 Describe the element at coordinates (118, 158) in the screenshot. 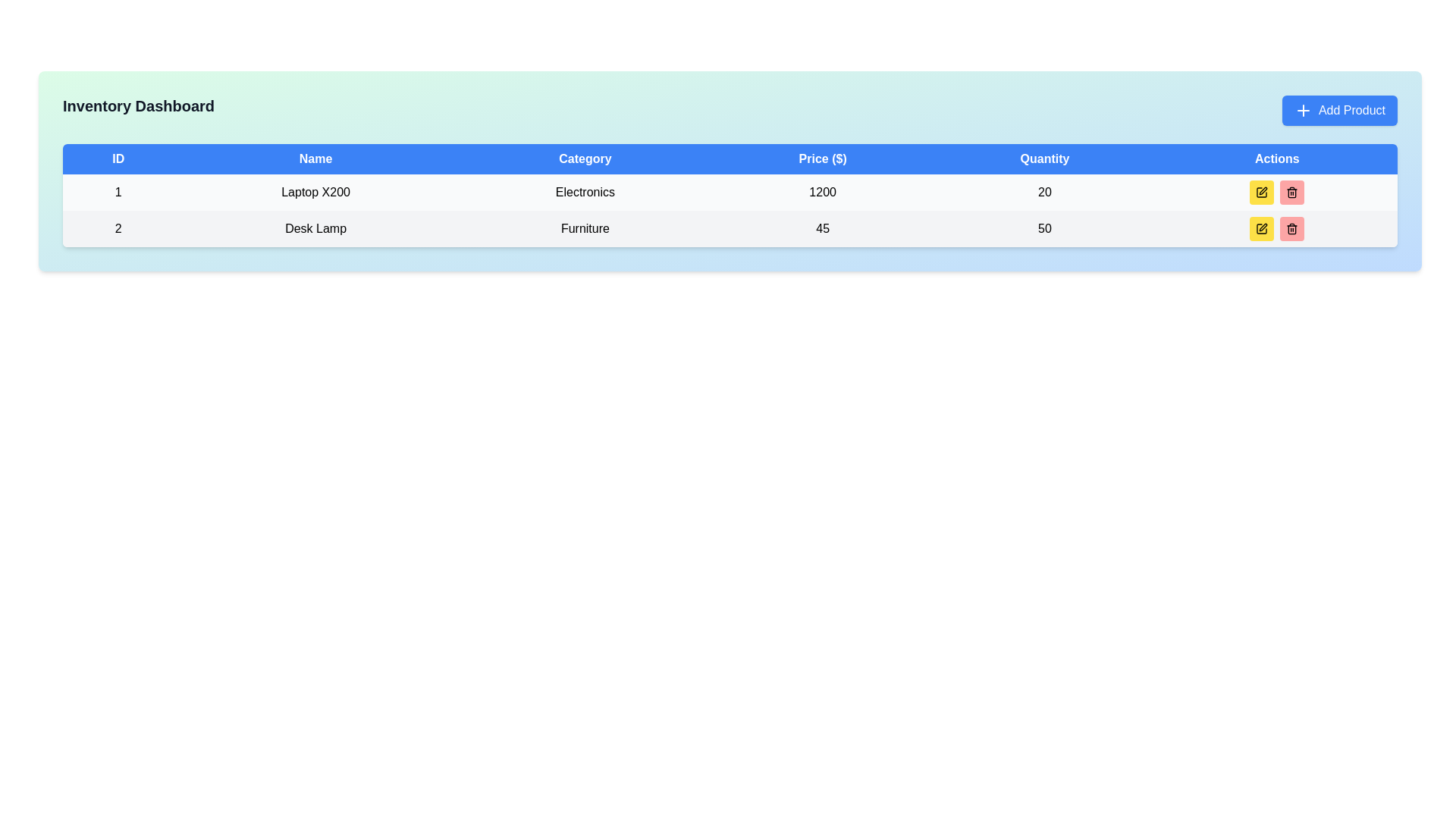

I see `the Table Header element which indicates the content of the ID column in the table, located at the leftmost side of the horizontal row of headers` at that location.